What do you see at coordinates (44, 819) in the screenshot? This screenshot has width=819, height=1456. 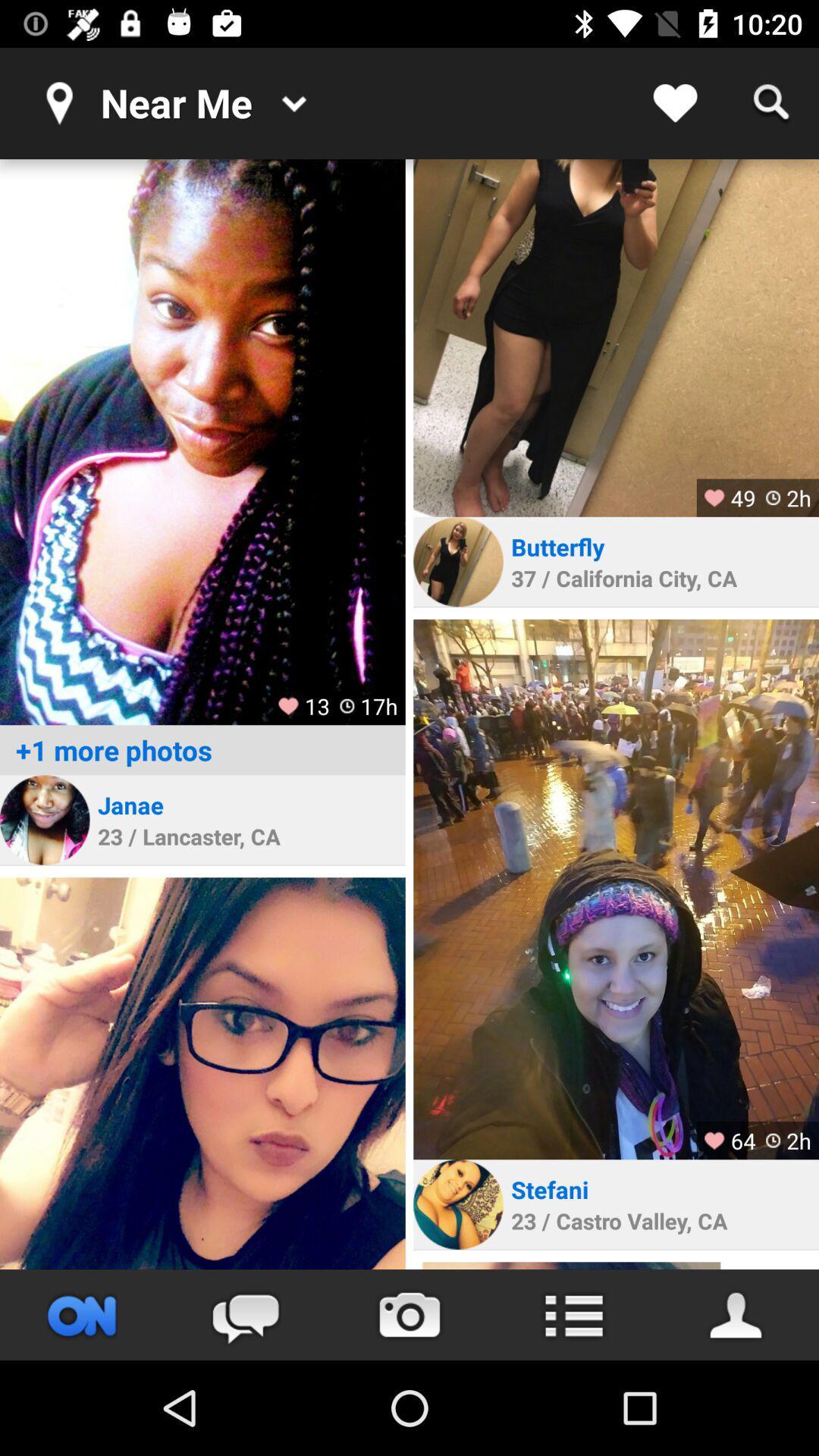 I see `selects a persons page` at bounding box center [44, 819].